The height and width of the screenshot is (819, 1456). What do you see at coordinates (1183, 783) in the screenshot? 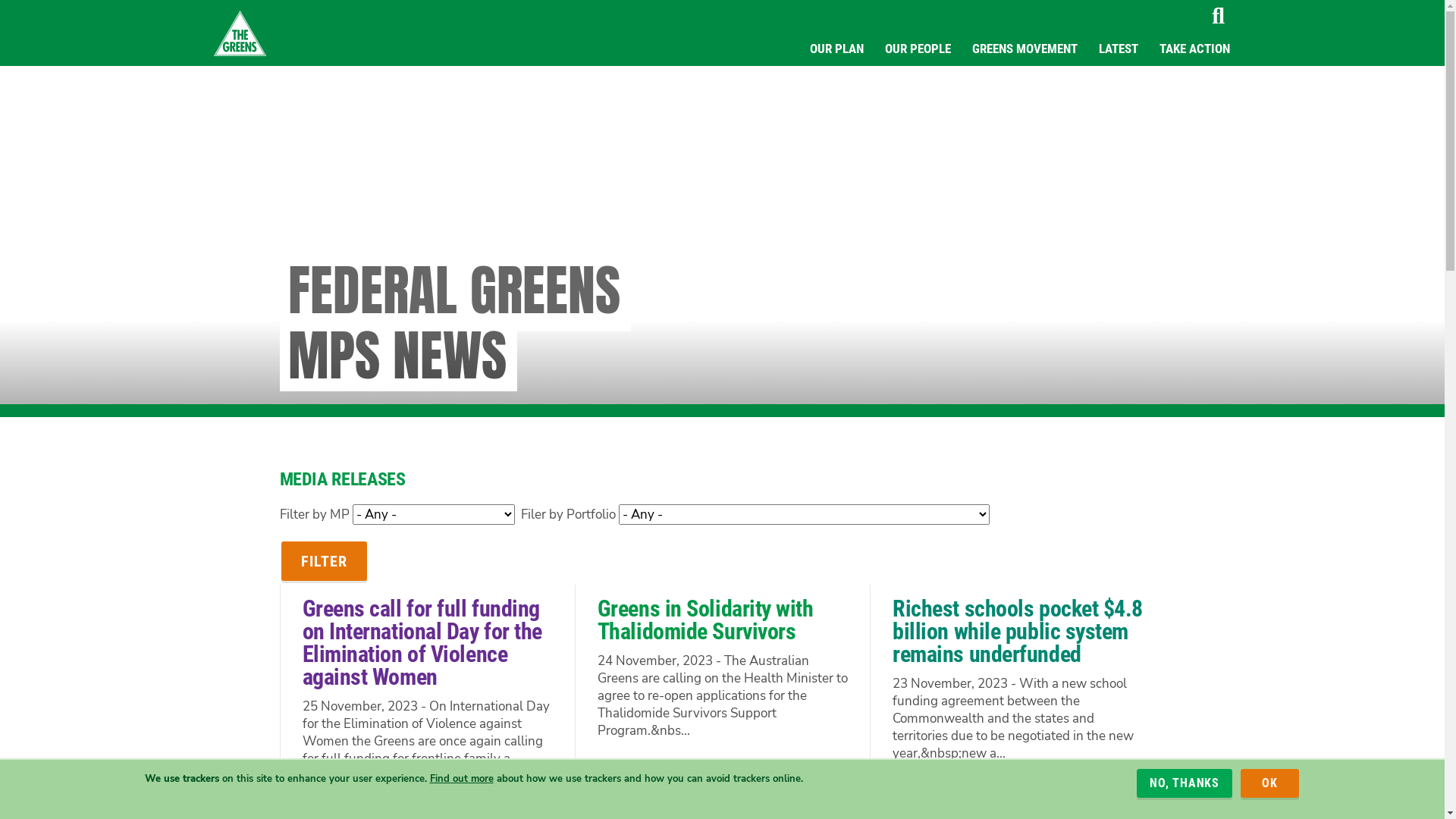
I see `'NO, THANKS'` at bounding box center [1183, 783].